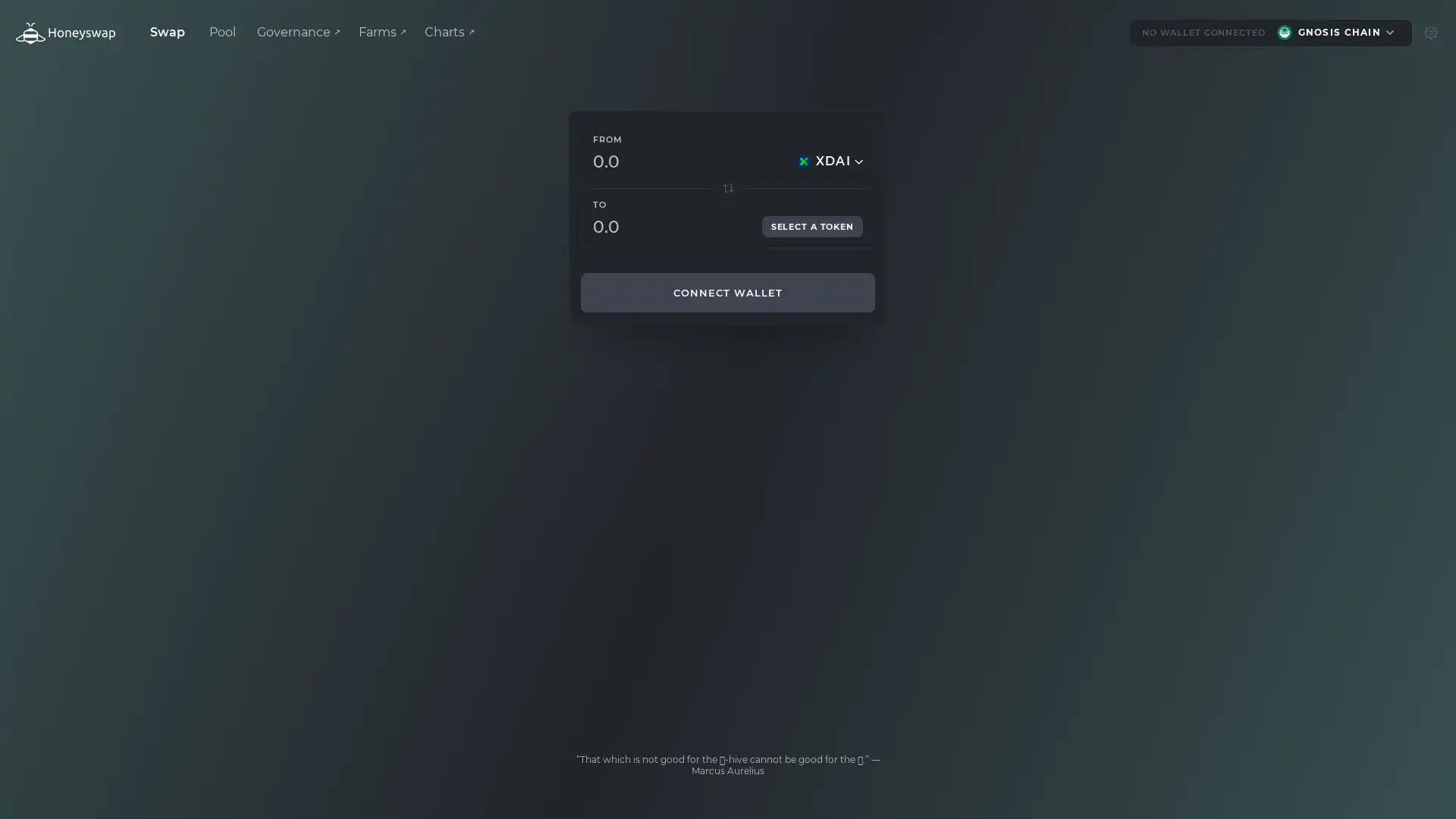  I want to click on CONNECT WALLET, so click(728, 292).